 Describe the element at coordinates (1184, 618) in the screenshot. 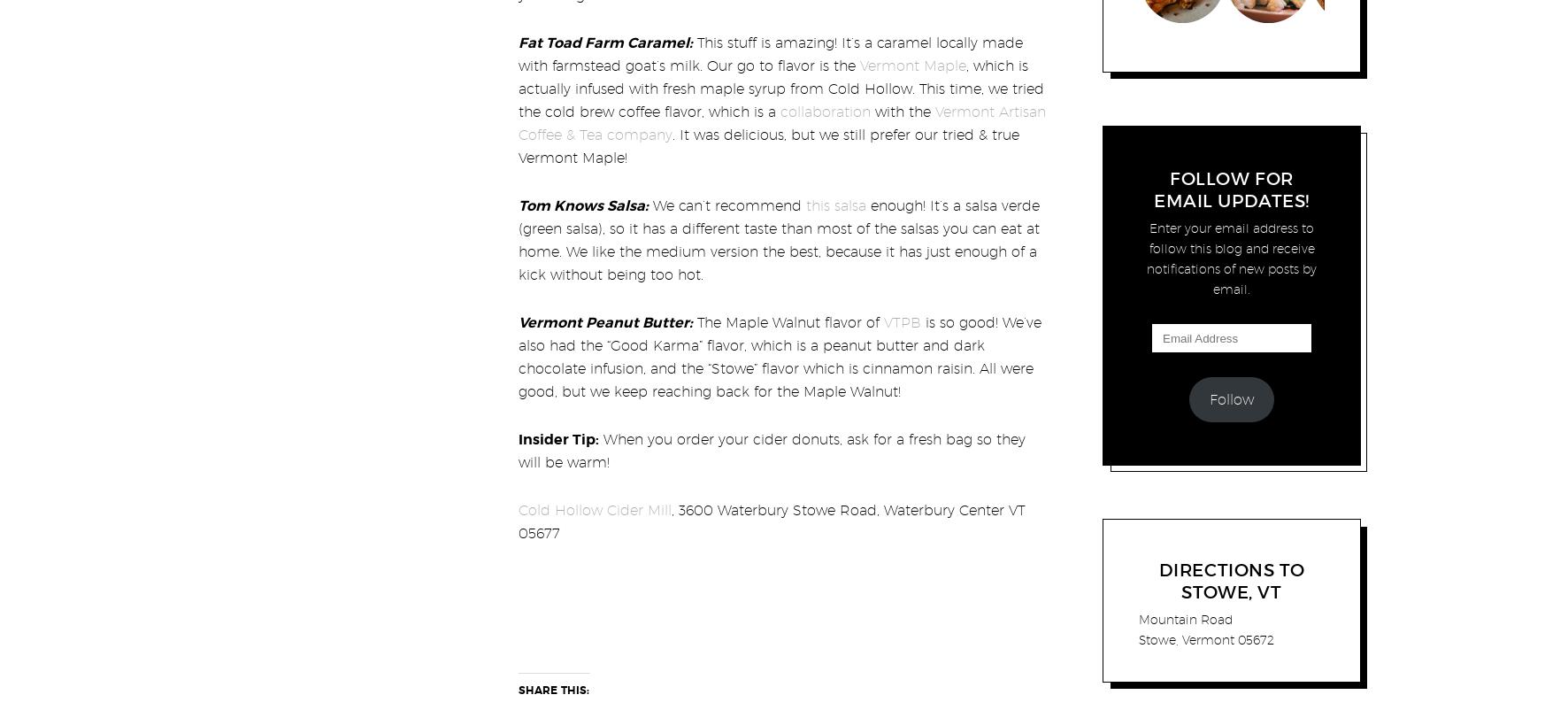

I see `'Mountain Road'` at that location.